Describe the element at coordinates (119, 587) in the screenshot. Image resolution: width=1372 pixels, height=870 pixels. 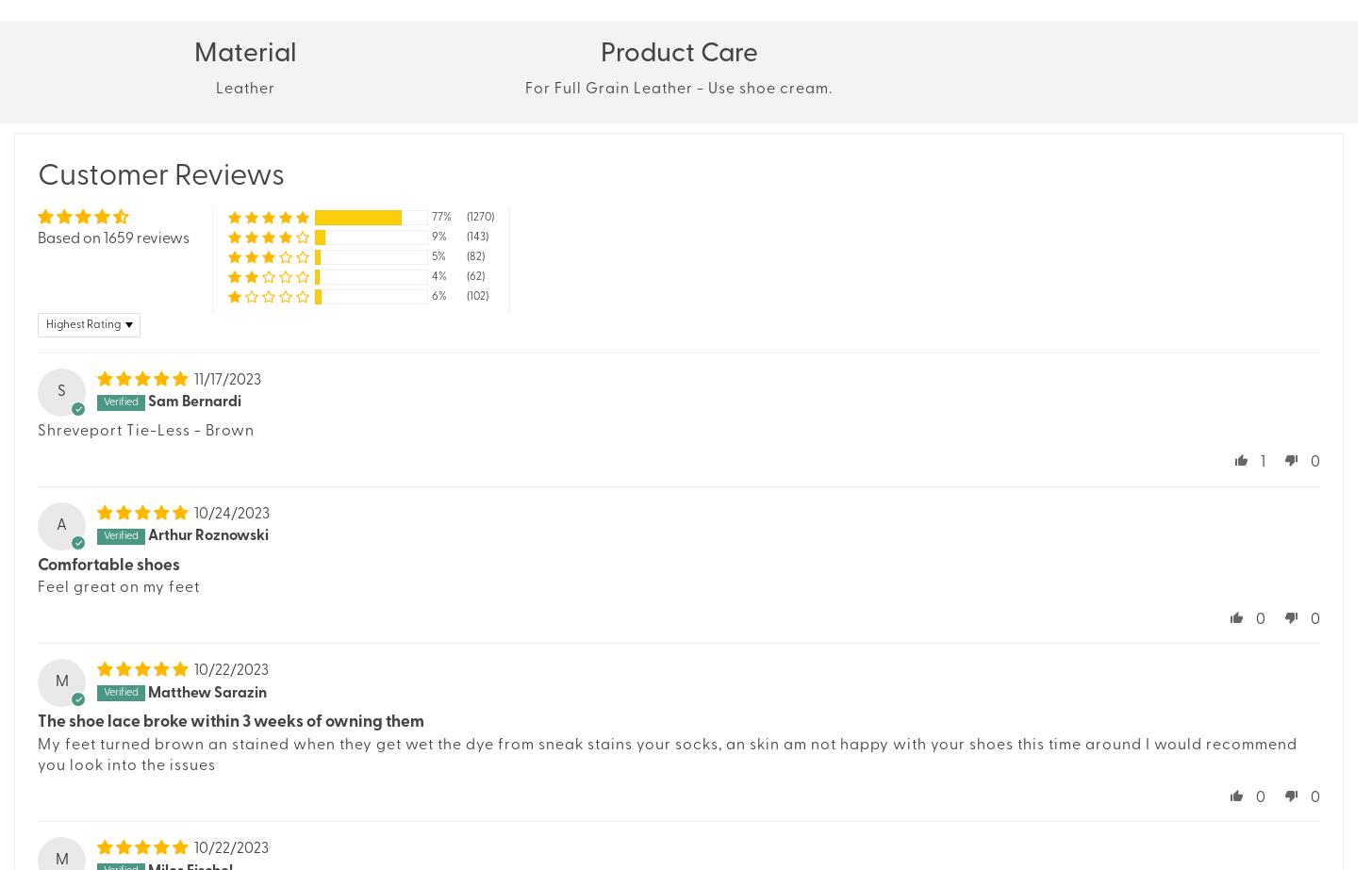
I see `'Feel great on my feet'` at that location.